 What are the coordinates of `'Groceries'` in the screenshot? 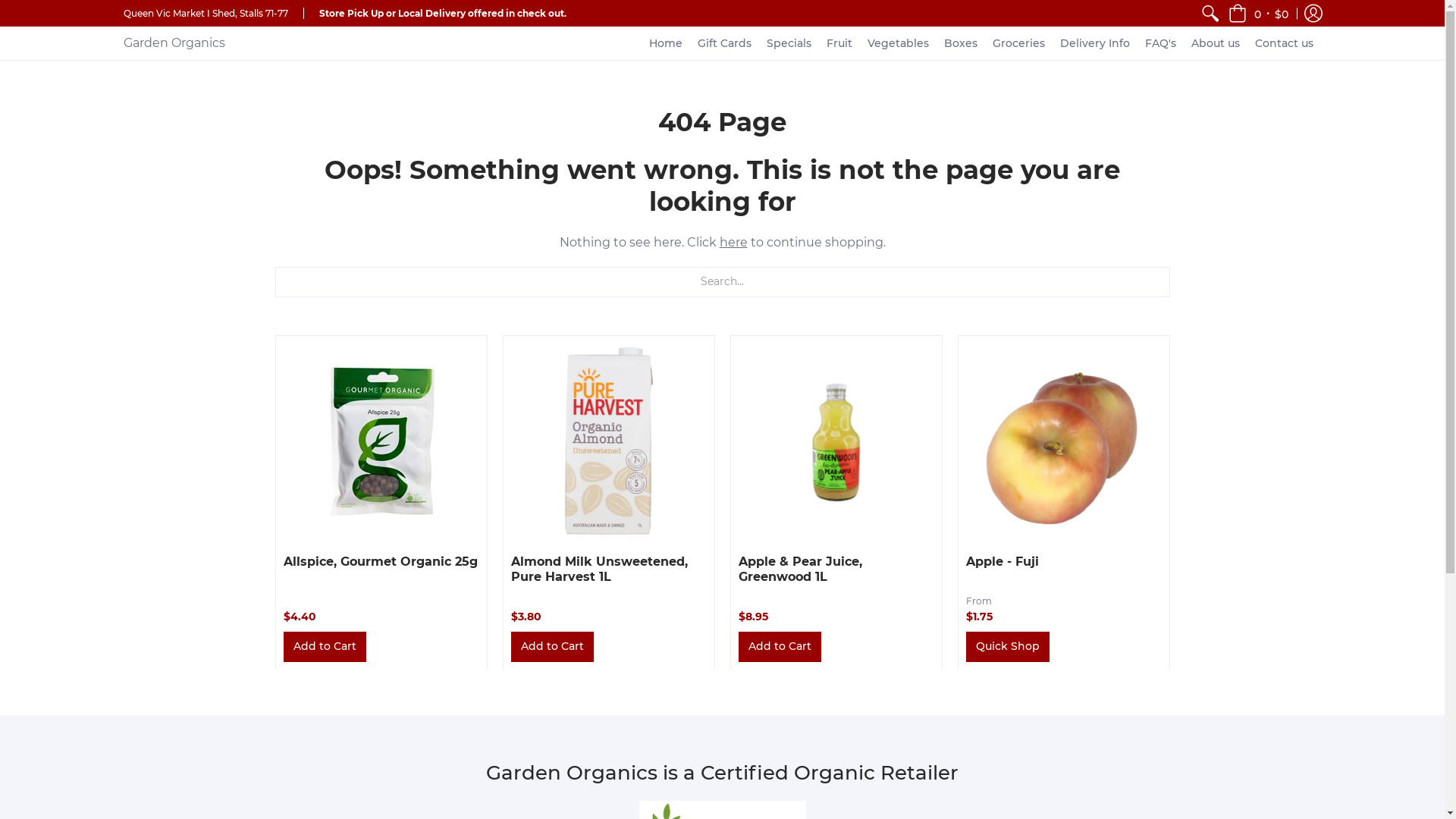 It's located at (985, 42).